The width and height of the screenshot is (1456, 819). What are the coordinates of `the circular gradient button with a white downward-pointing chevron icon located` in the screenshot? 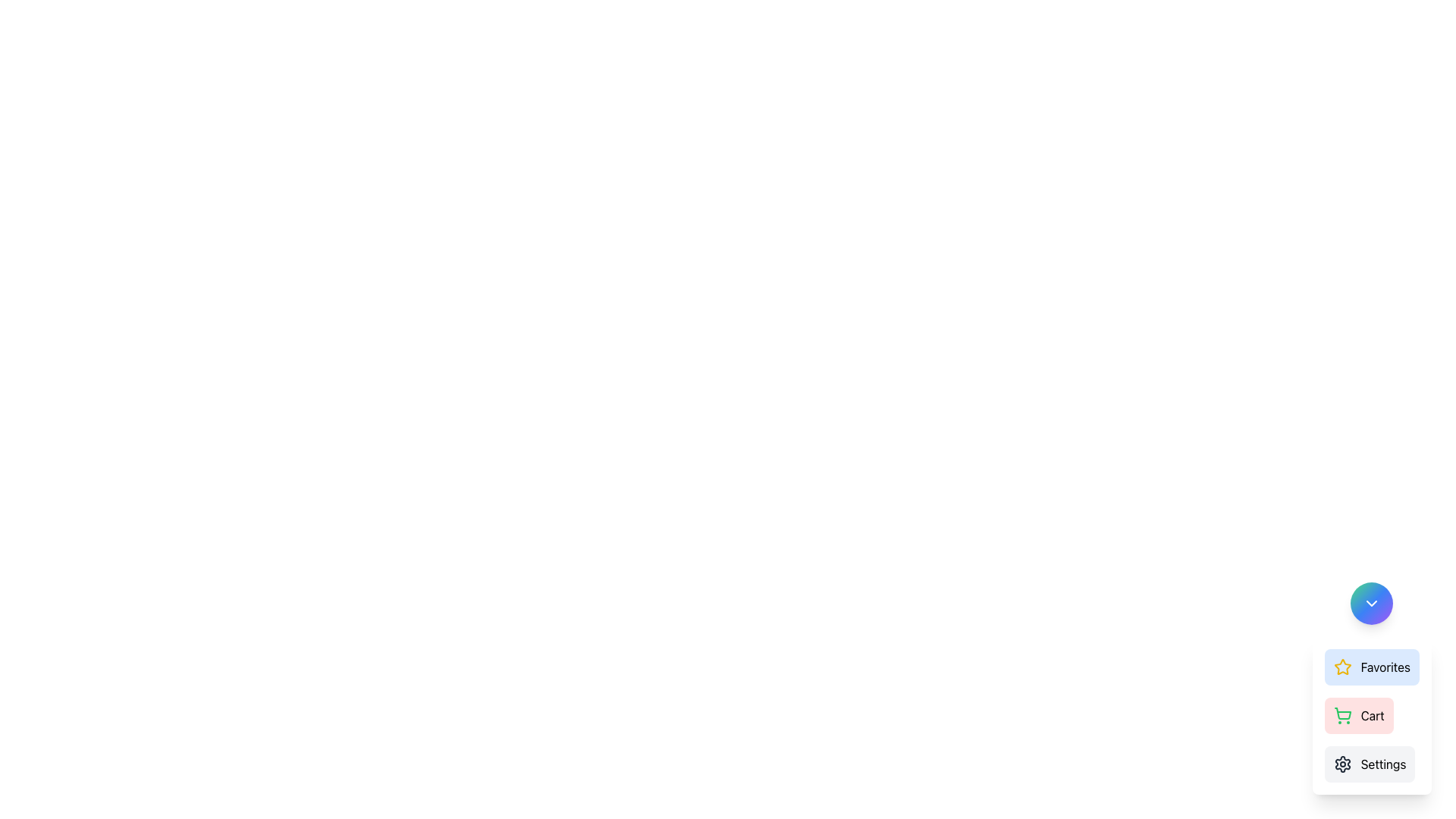 It's located at (1372, 602).